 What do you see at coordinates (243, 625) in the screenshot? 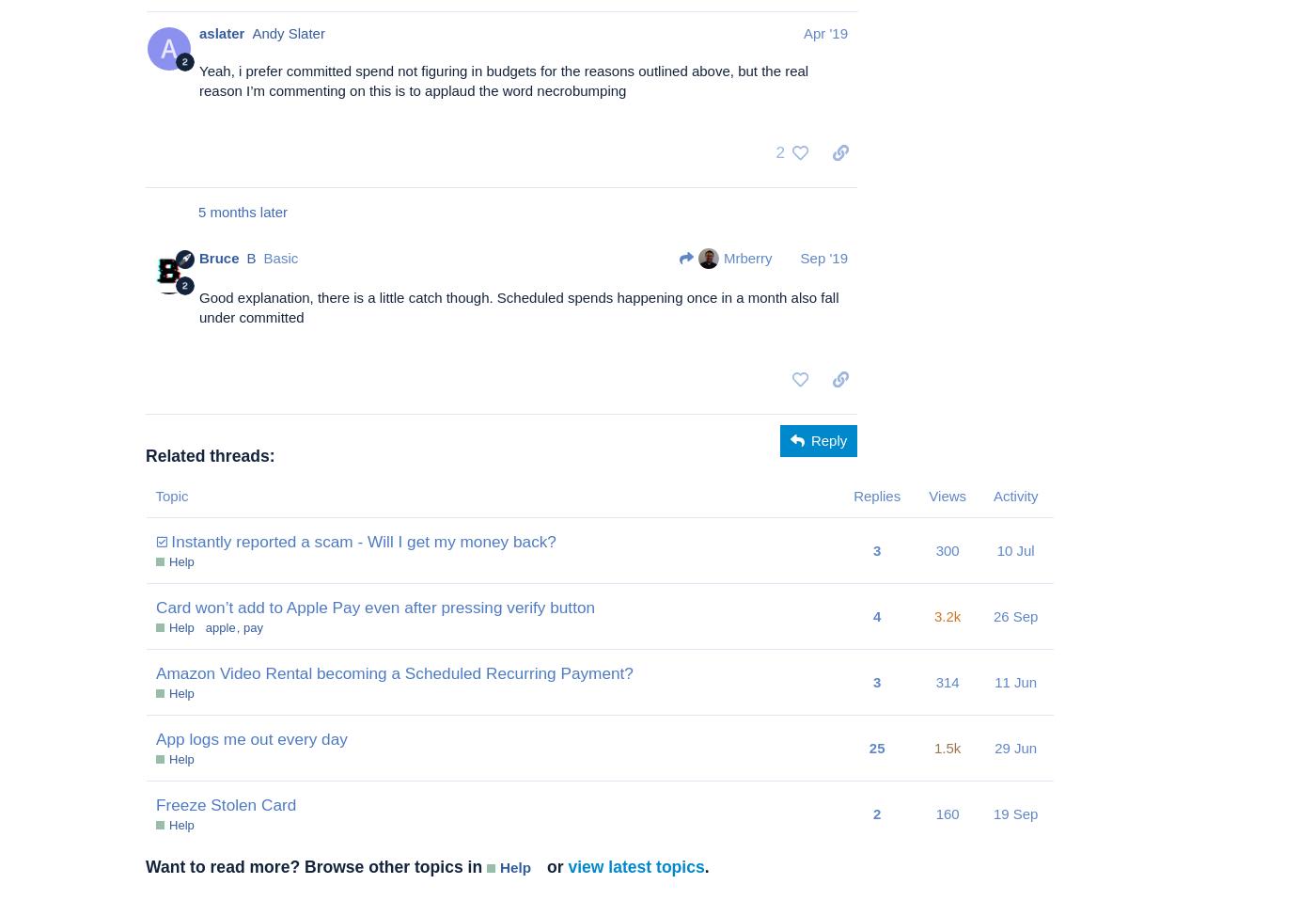
I see `'pay'` at bounding box center [243, 625].